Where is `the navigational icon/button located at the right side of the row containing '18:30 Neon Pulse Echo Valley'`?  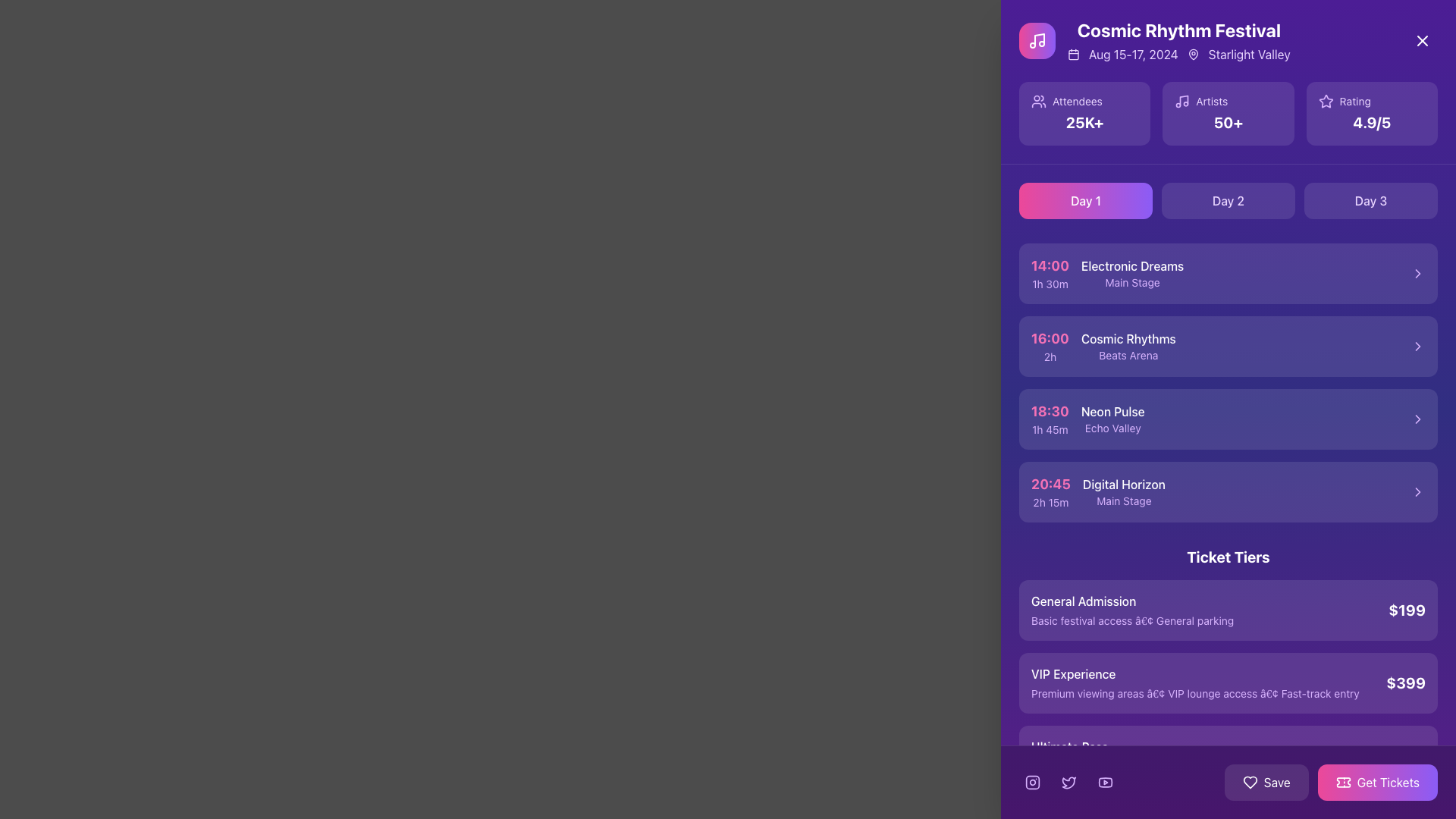
the navigational icon/button located at the right side of the row containing '18:30 Neon Pulse Echo Valley' is located at coordinates (1417, 419).